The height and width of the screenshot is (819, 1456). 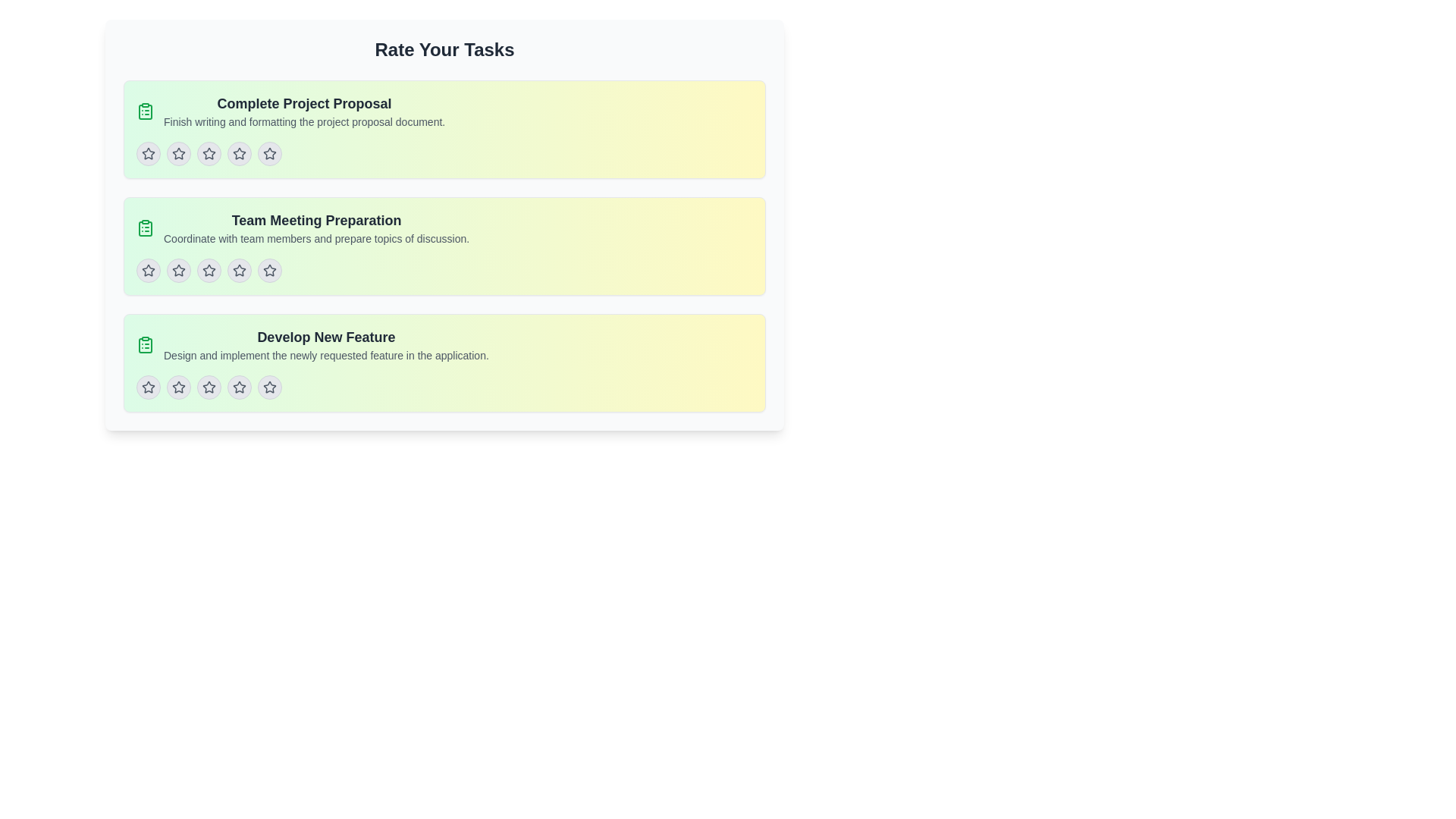 I want to click on the second star icon with a gray background and border in the horizontal row of rating stars for the 'Complete Project Proposal' task, so click(x=178, y=154).